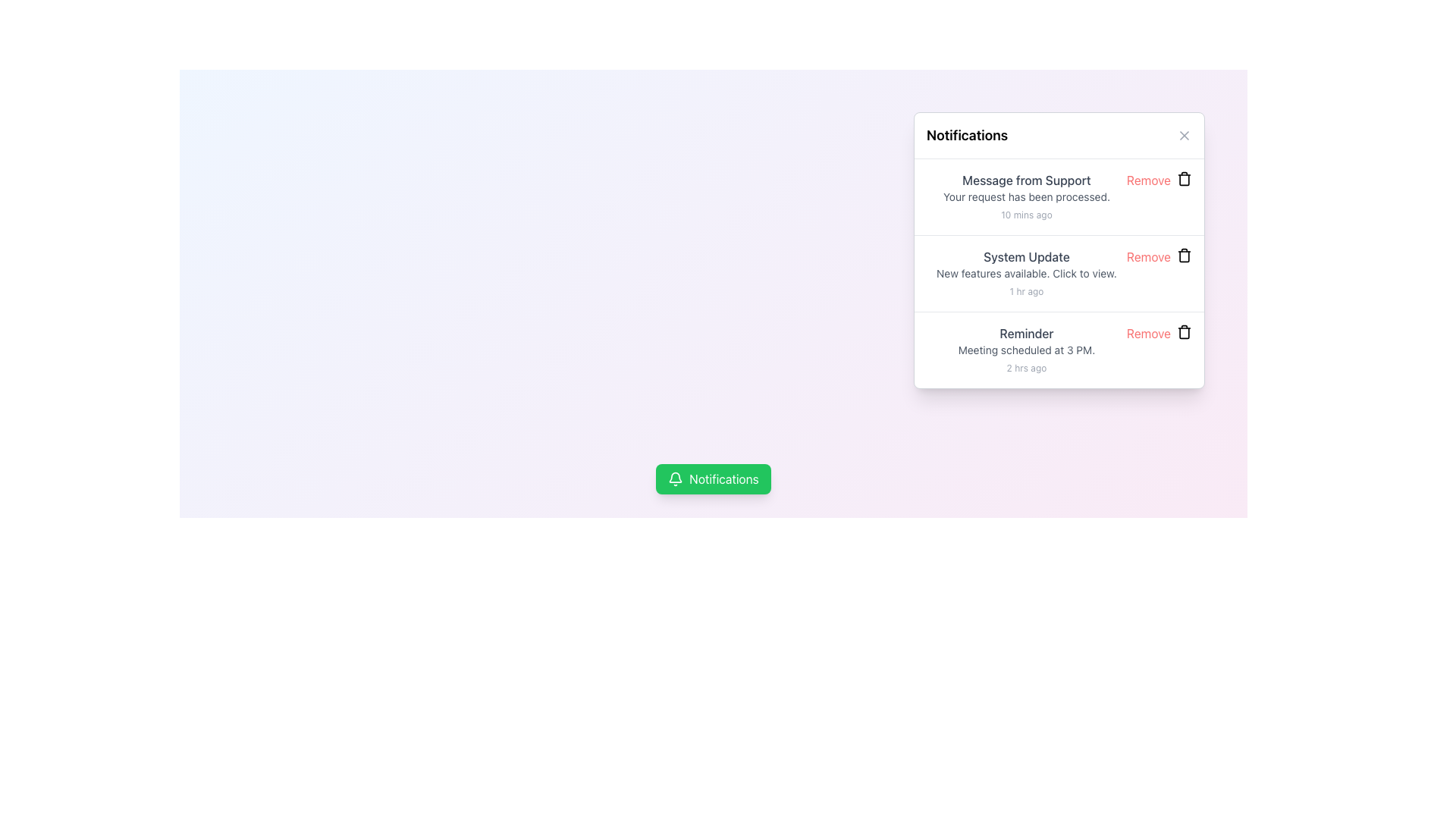 The image size is (1456, 819). Describe the element at coordinates (966, 134) in the screenshot. I see `keyboard navigation` at that location.